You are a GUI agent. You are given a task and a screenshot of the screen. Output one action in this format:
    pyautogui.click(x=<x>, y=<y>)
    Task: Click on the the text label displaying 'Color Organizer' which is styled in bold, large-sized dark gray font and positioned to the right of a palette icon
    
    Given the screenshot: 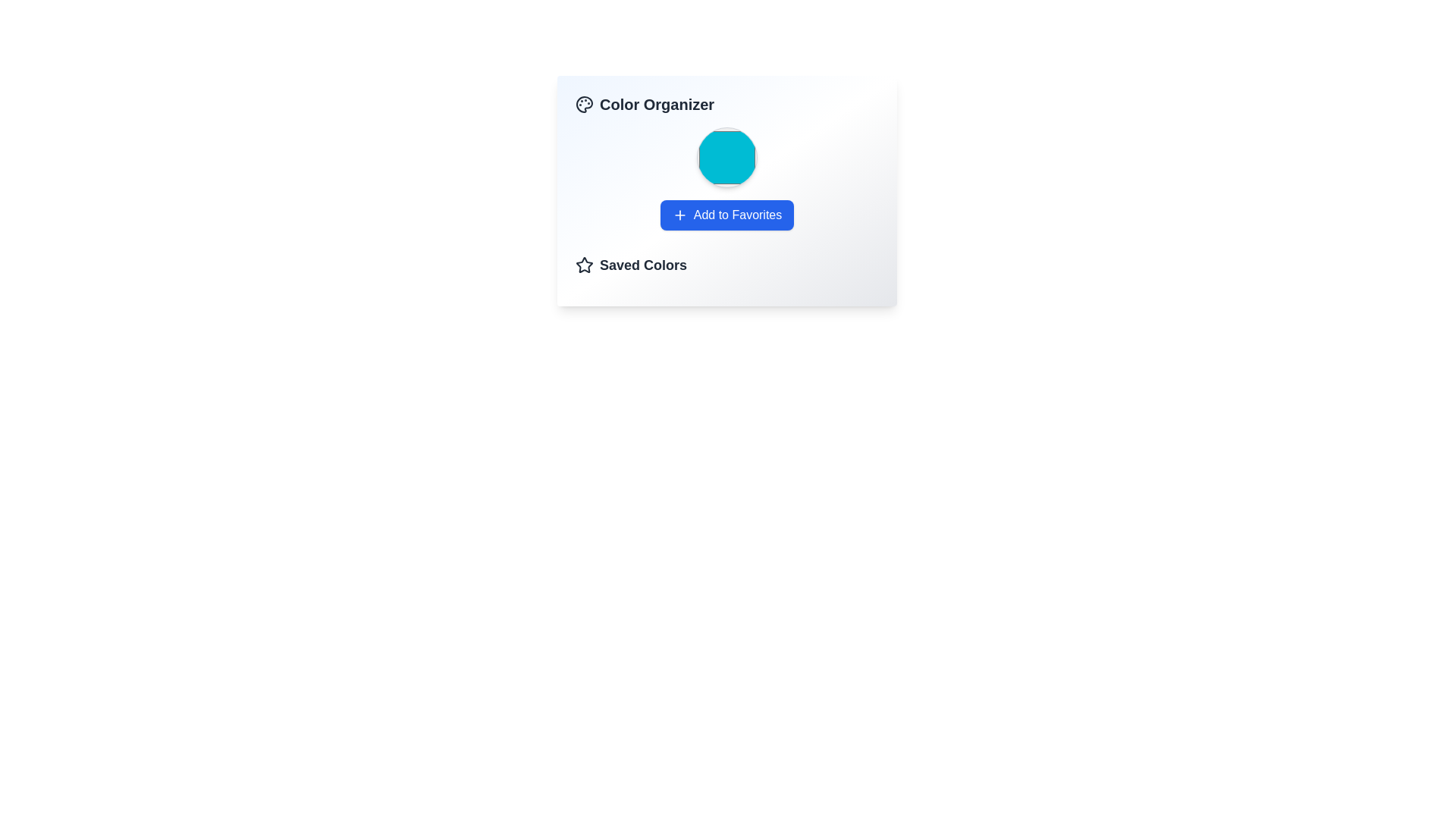 What is the action you would take?
    pyautogui.click(x=645, y=104)
    